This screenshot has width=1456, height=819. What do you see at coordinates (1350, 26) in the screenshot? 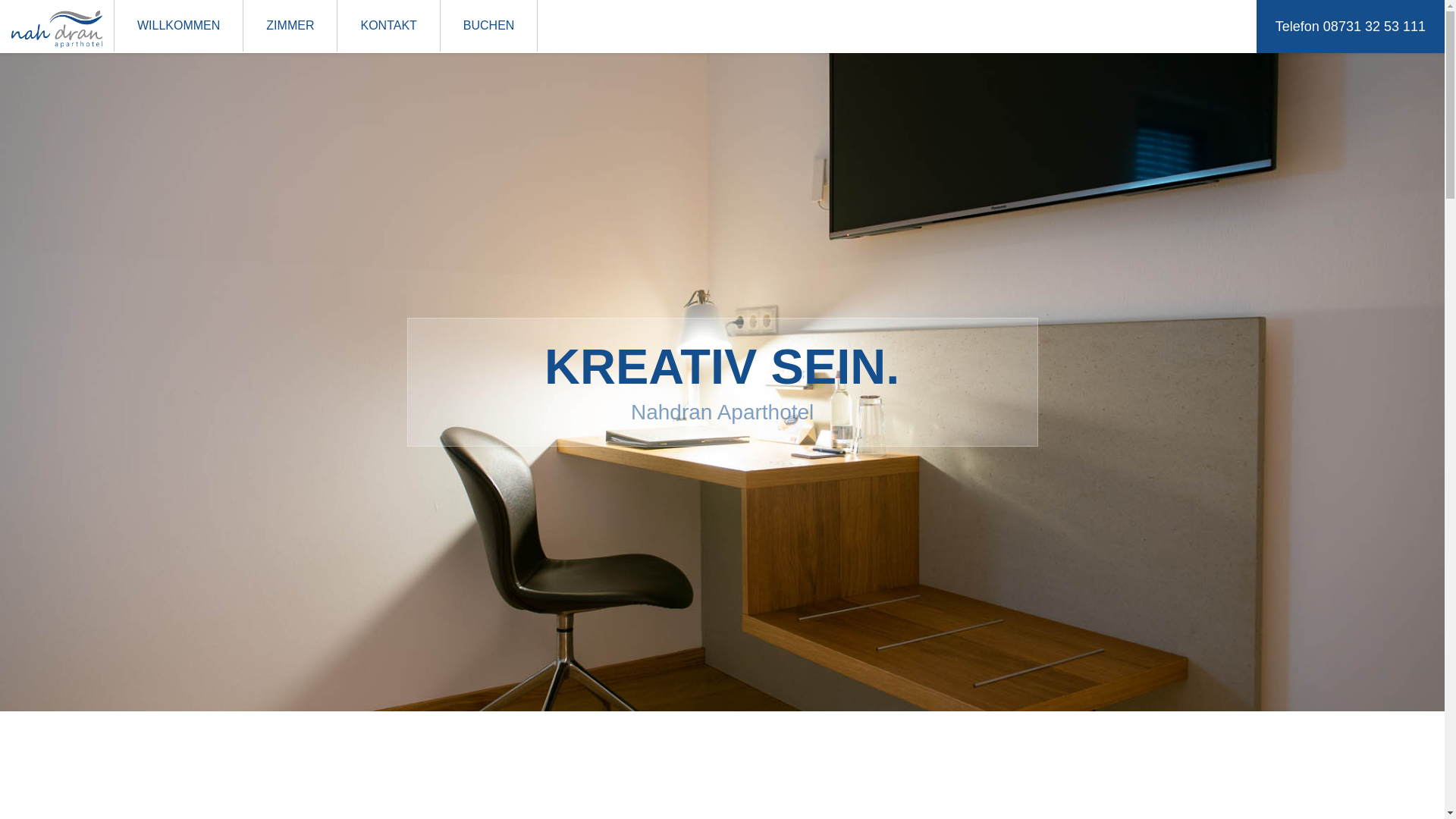
I see `'Telefon 08731 32 53 111'` at bounding box center [1350, 26].